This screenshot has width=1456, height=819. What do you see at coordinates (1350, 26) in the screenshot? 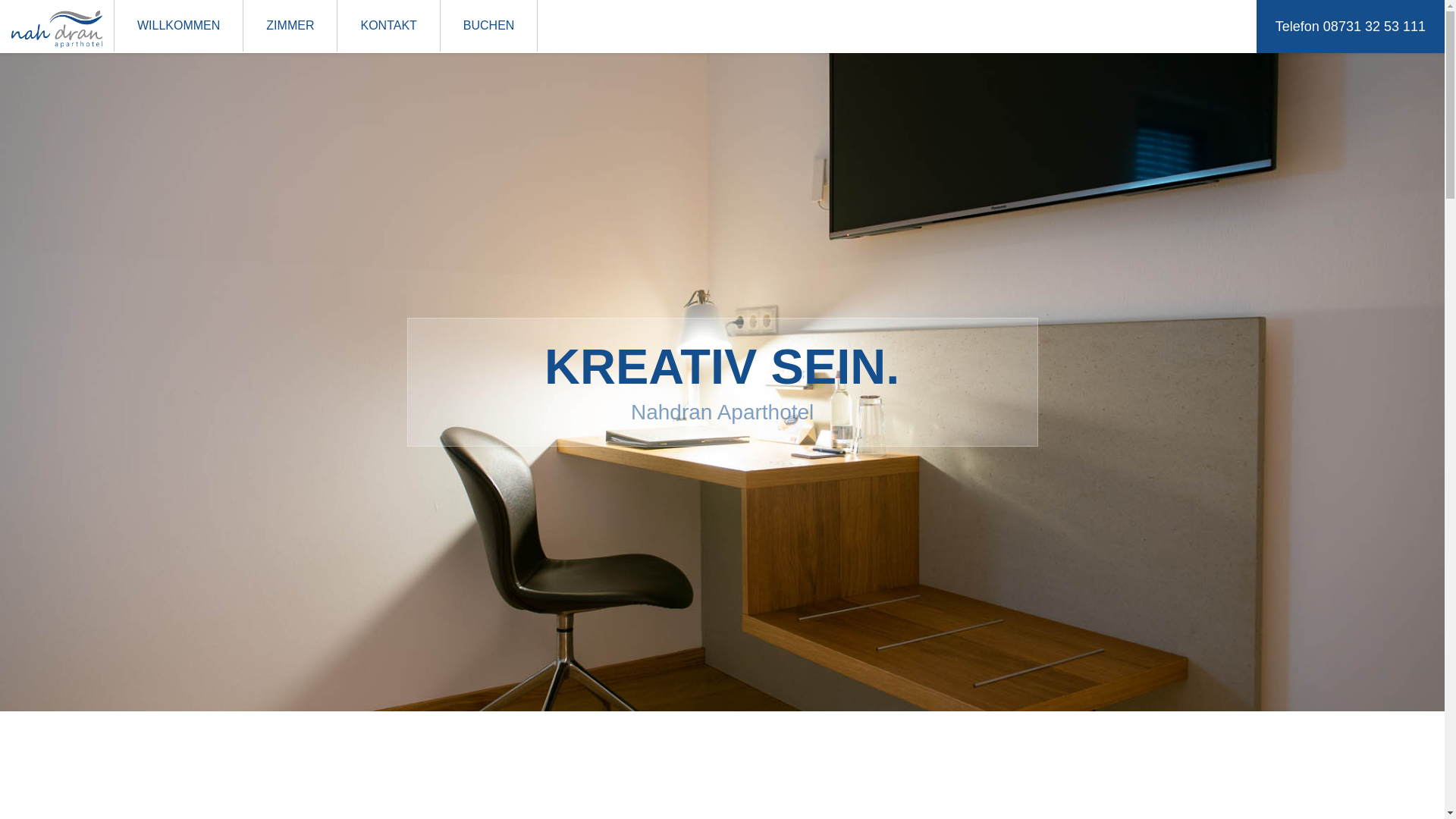
I see `'Telefon 08731 32 53 111'` at bounding box center [1350, 26].